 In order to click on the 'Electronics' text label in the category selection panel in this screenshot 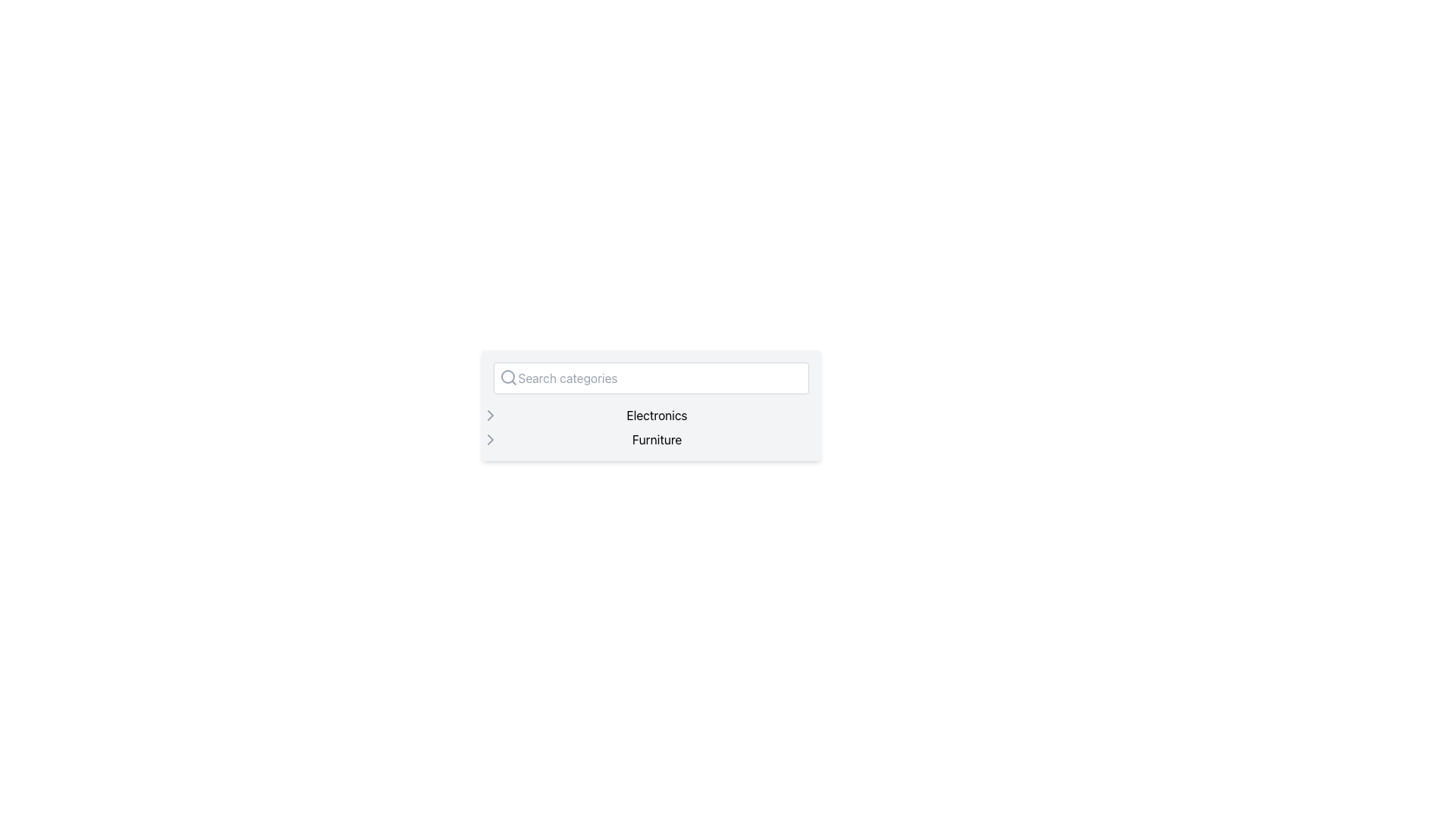, I will do `click(651, 415)`.